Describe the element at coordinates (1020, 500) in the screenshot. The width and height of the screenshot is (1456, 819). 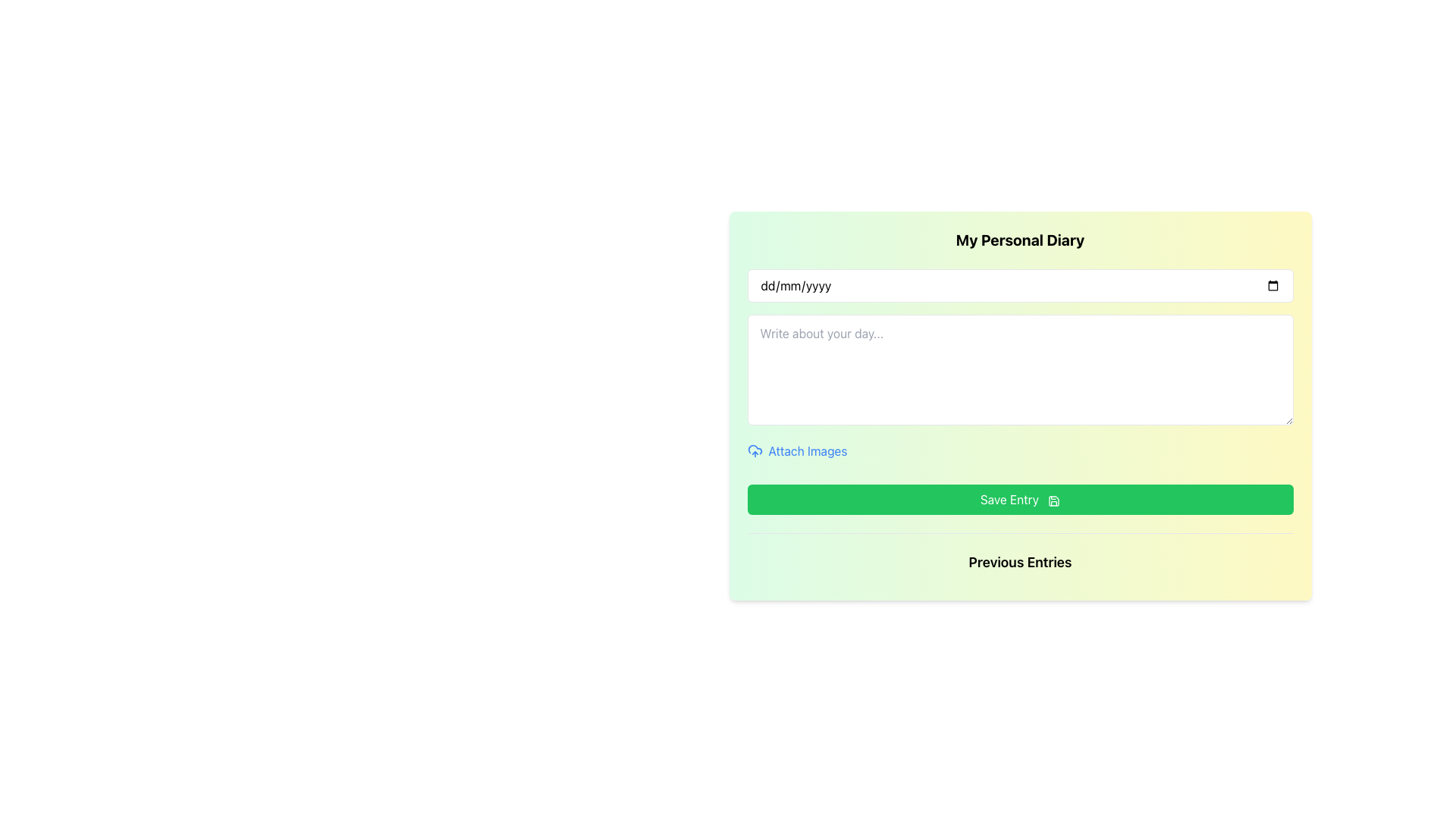
I see `the bright green 'Save Entry' button with bold white text` at that location.